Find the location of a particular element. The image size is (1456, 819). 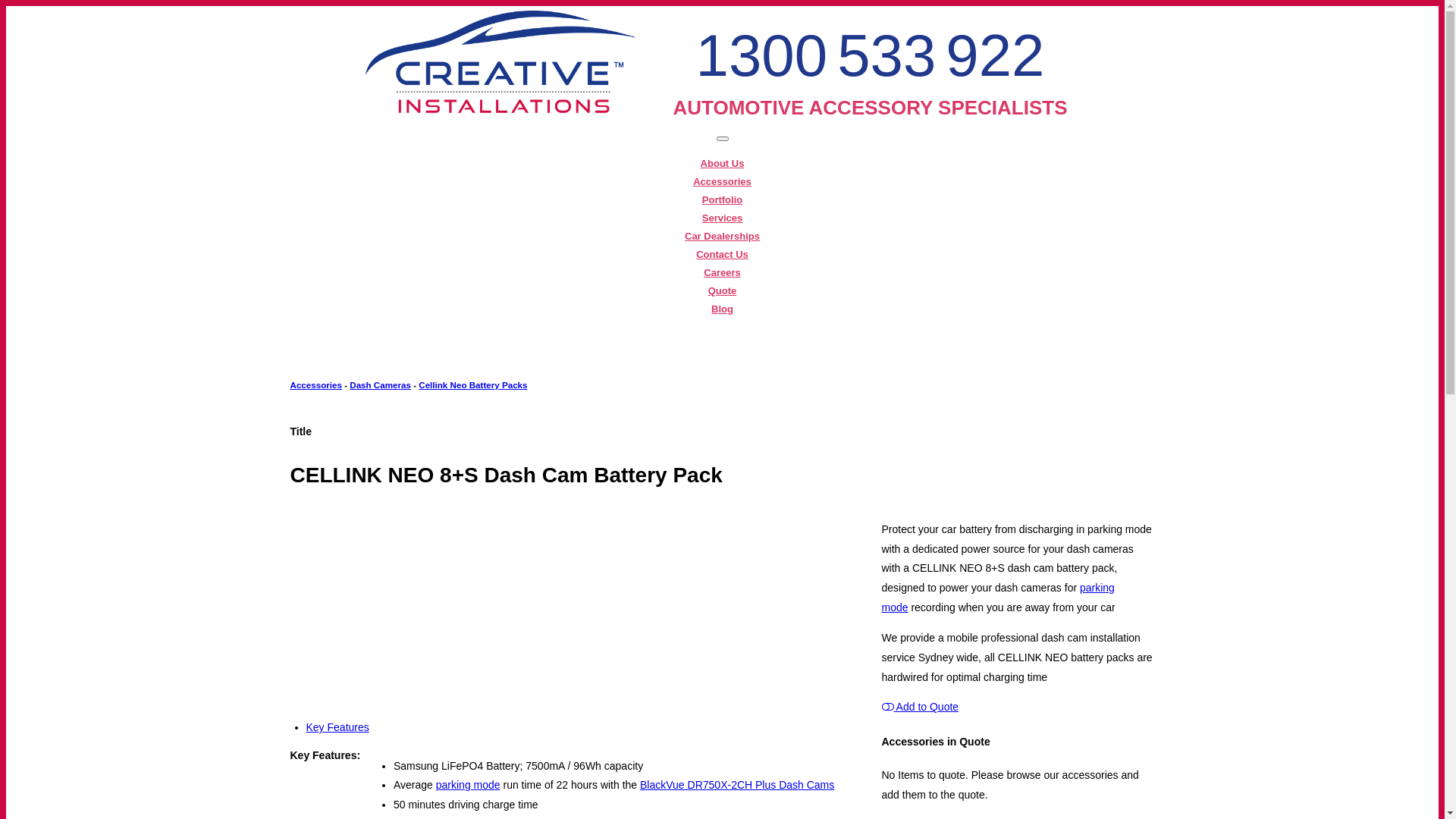

'Key Features' is located at coordinates (337, 726).